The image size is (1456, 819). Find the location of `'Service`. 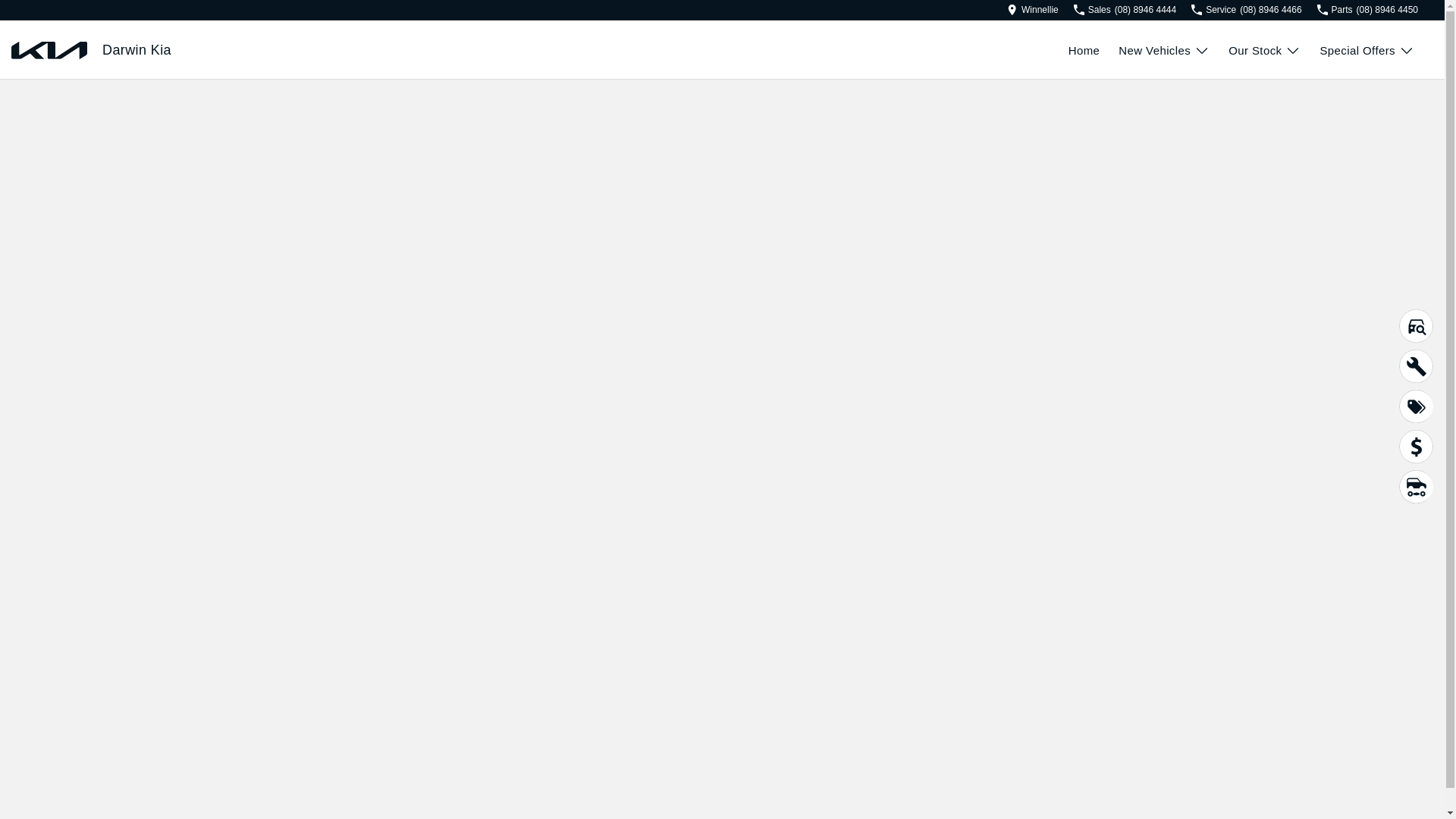

'Service is located at coordinates (1246, 9).